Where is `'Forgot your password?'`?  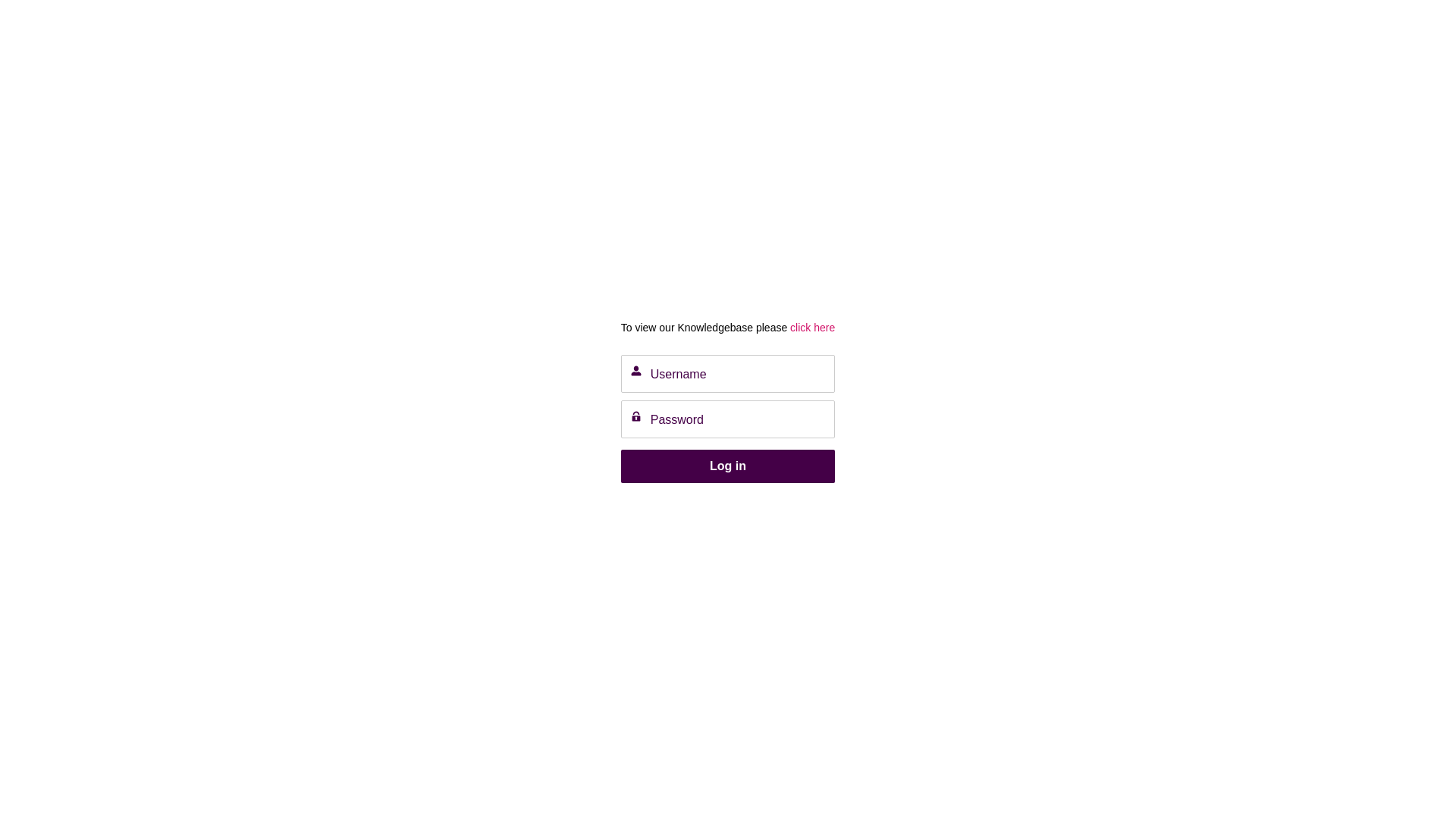 'Forgot your password?' is located at coordinates (674, 502).